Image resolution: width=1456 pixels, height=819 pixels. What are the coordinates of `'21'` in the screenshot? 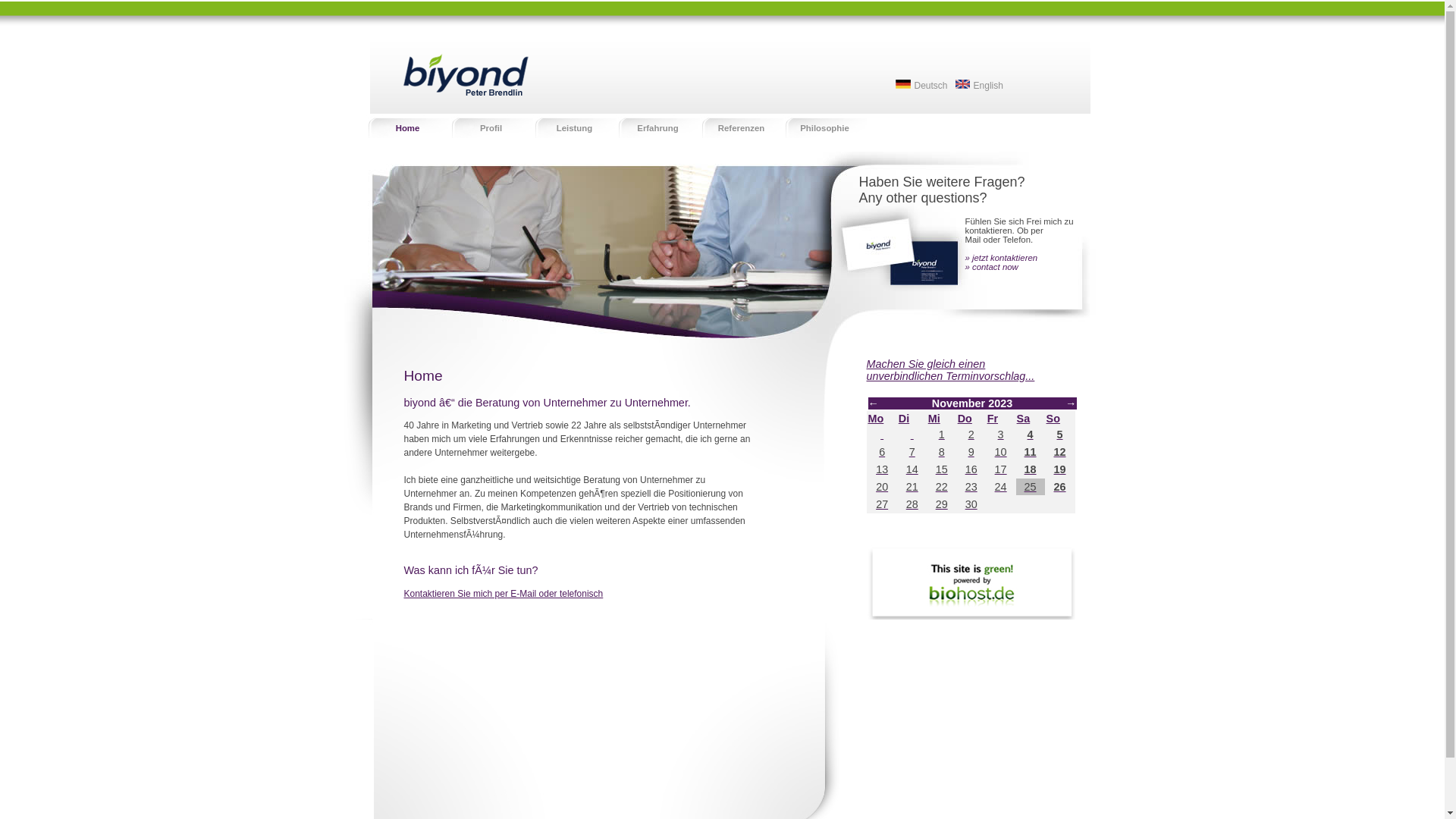 It's located at (912, 486).